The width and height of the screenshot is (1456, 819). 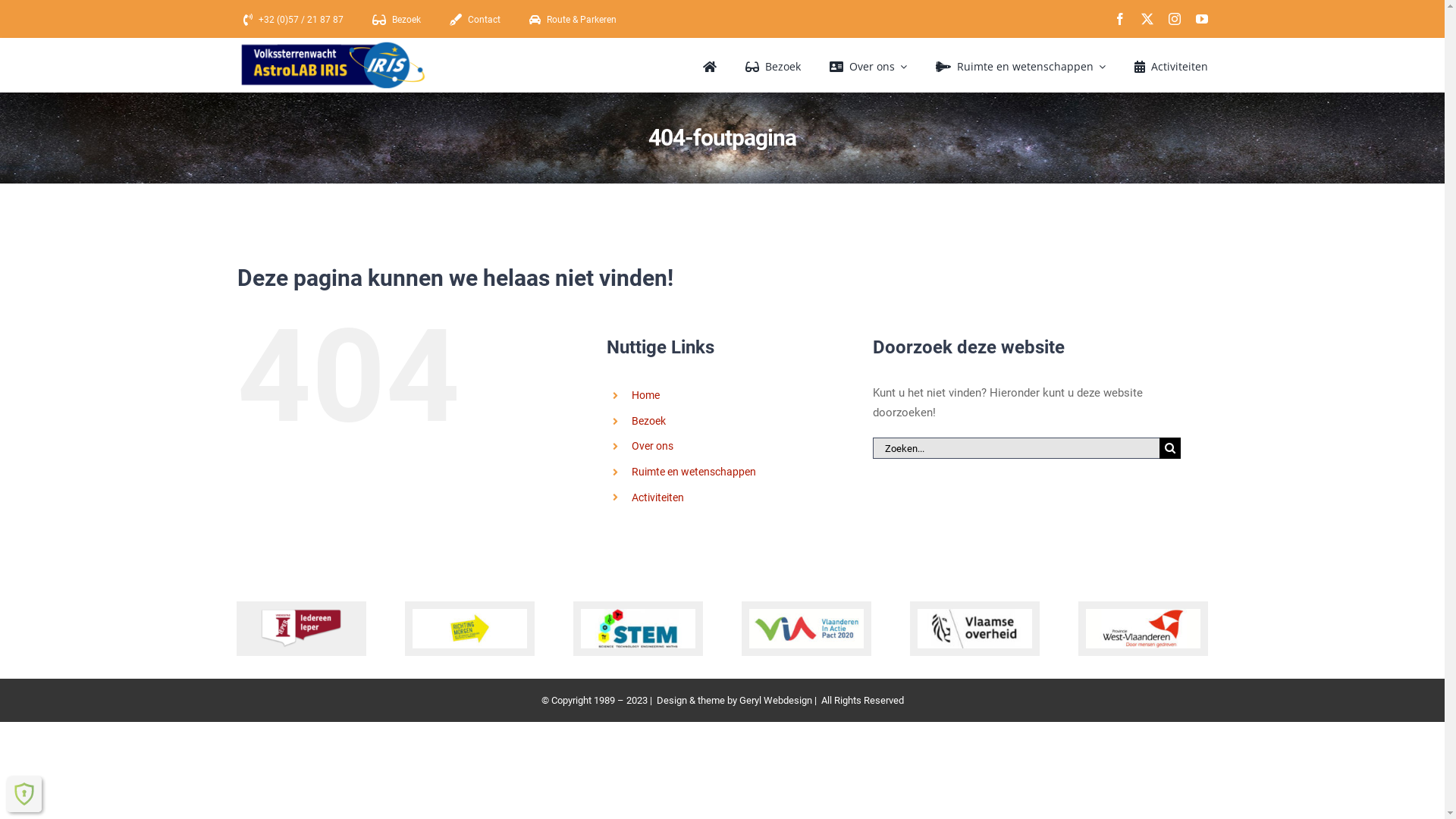 What do you see at coordinates (442, 20) in the screenshot?
I see `'Contact'` at bounding box center [442, 20].